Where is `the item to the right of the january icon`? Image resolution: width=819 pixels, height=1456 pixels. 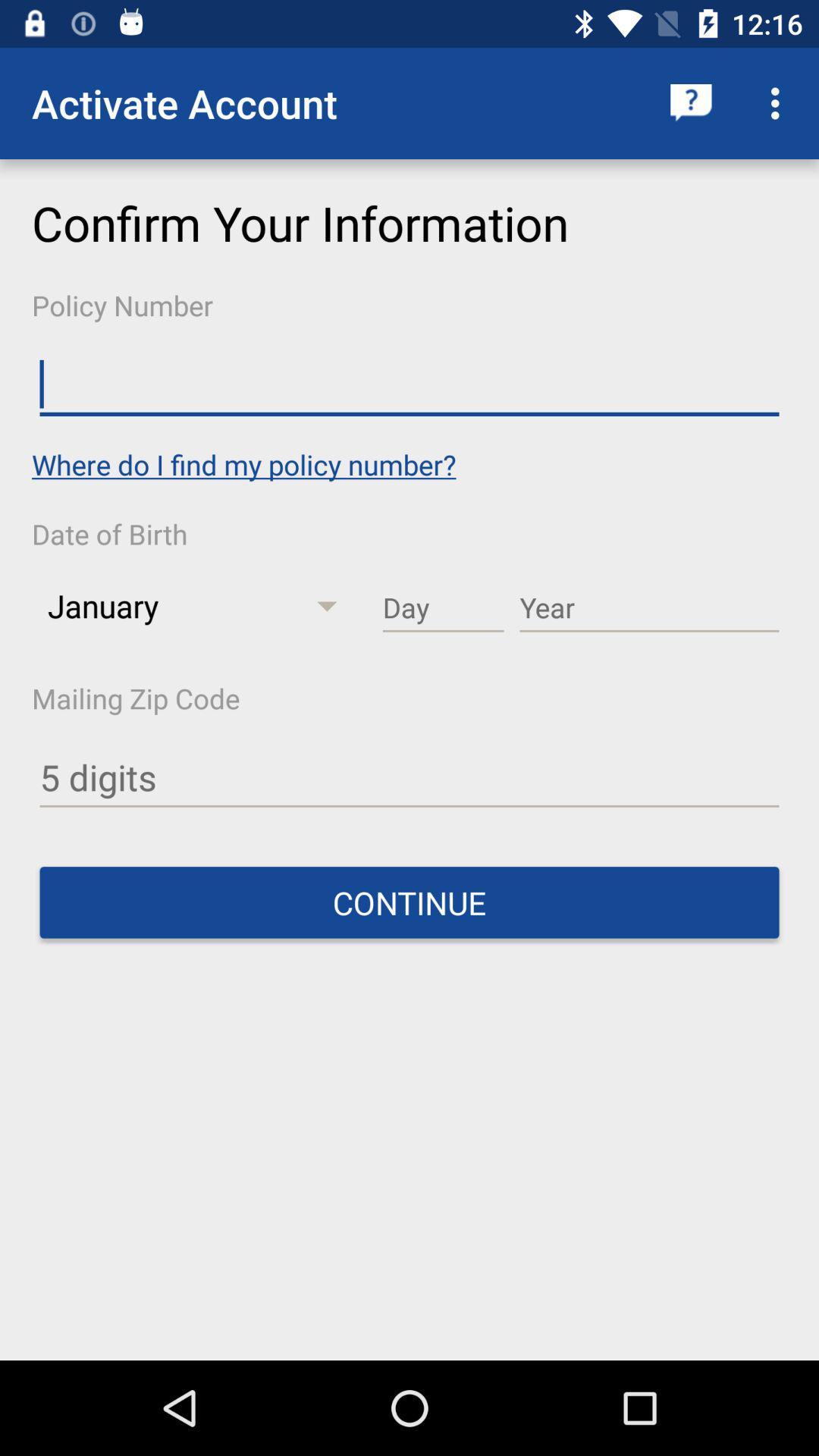
the item to the right of the january icon is located at coordinates (443, 608).